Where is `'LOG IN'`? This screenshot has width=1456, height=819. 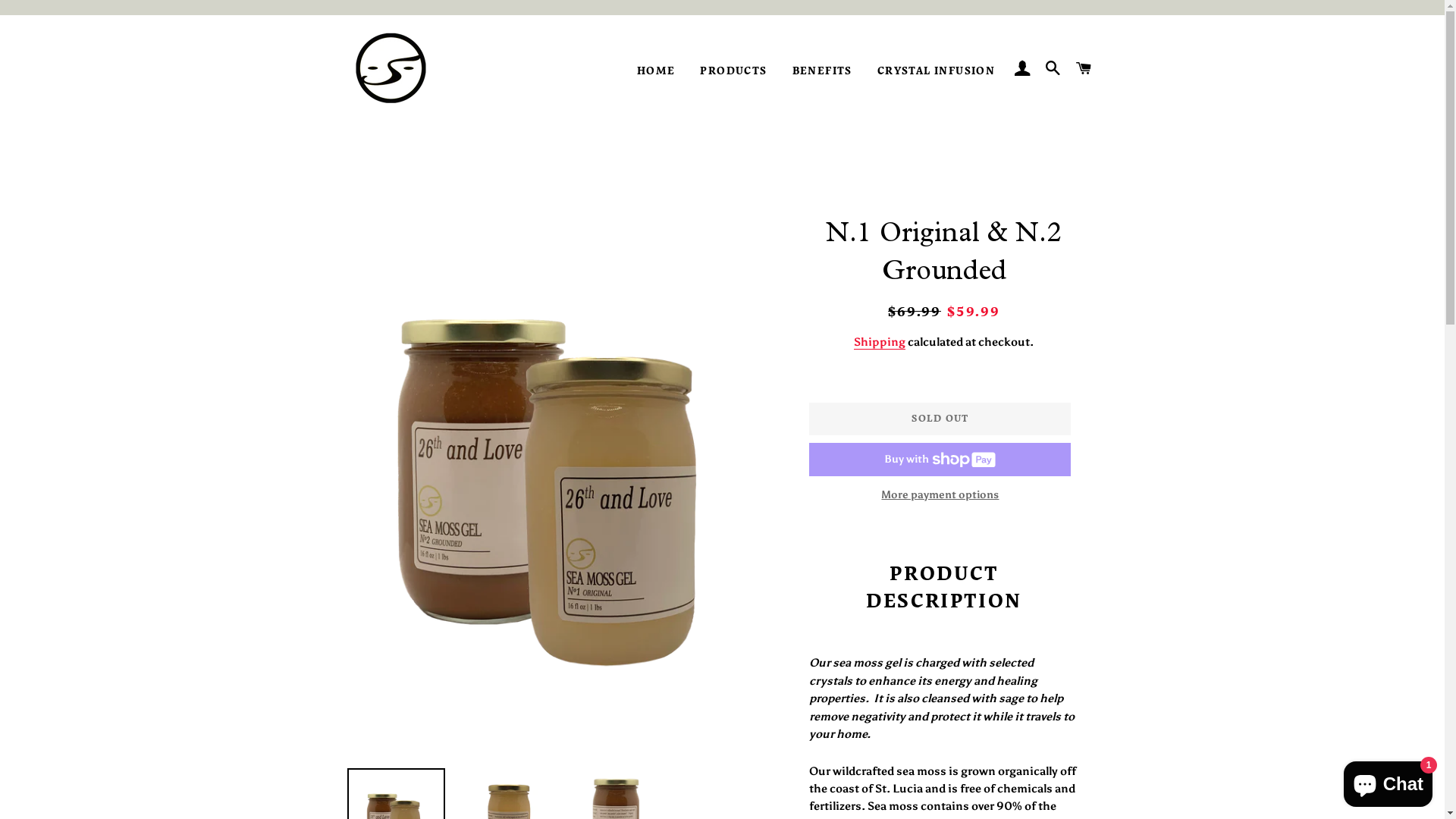 'LOG IN' is located at coordinates (1022, 70).